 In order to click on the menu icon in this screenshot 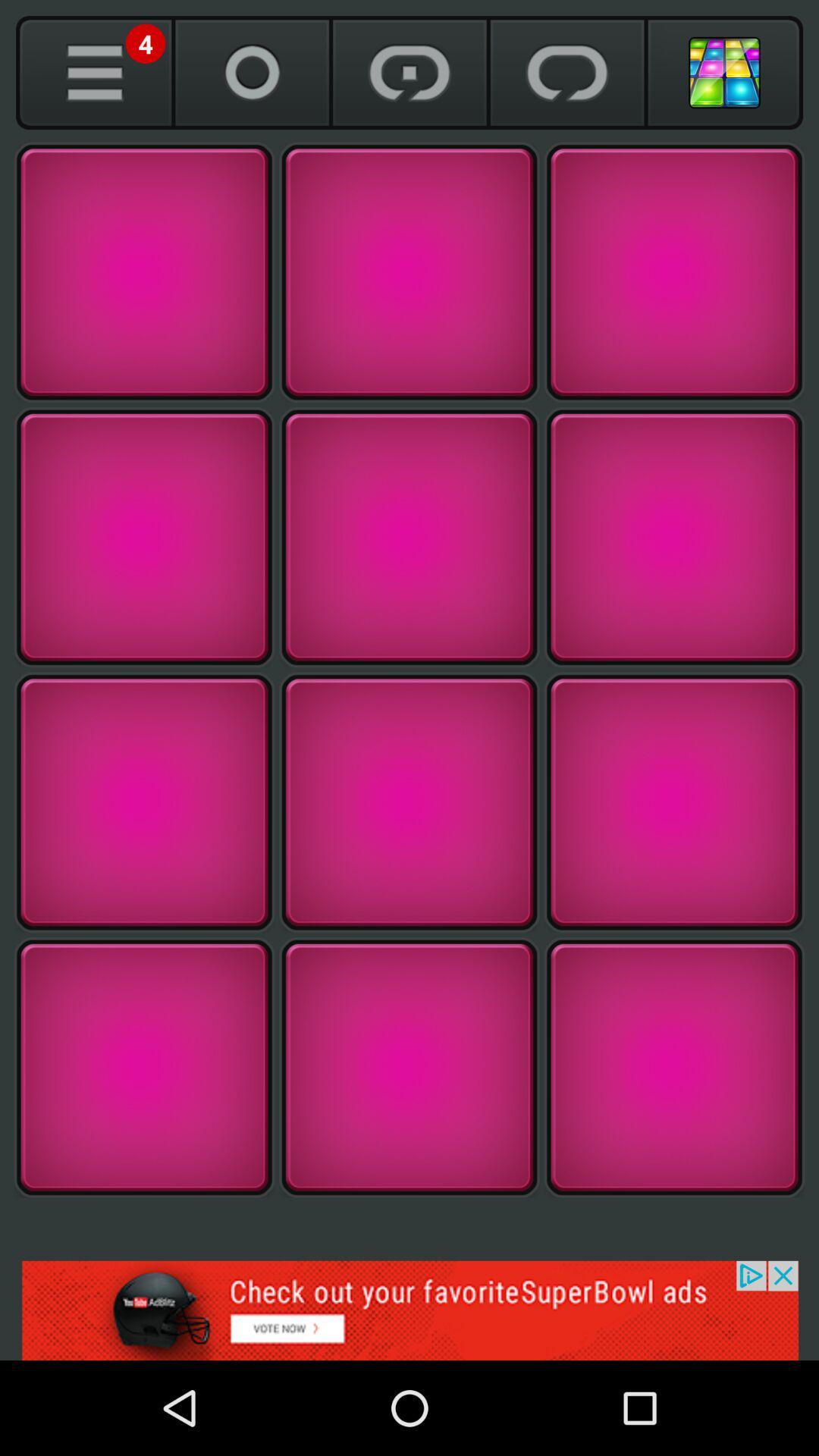, I will do `click(94, 72)`.